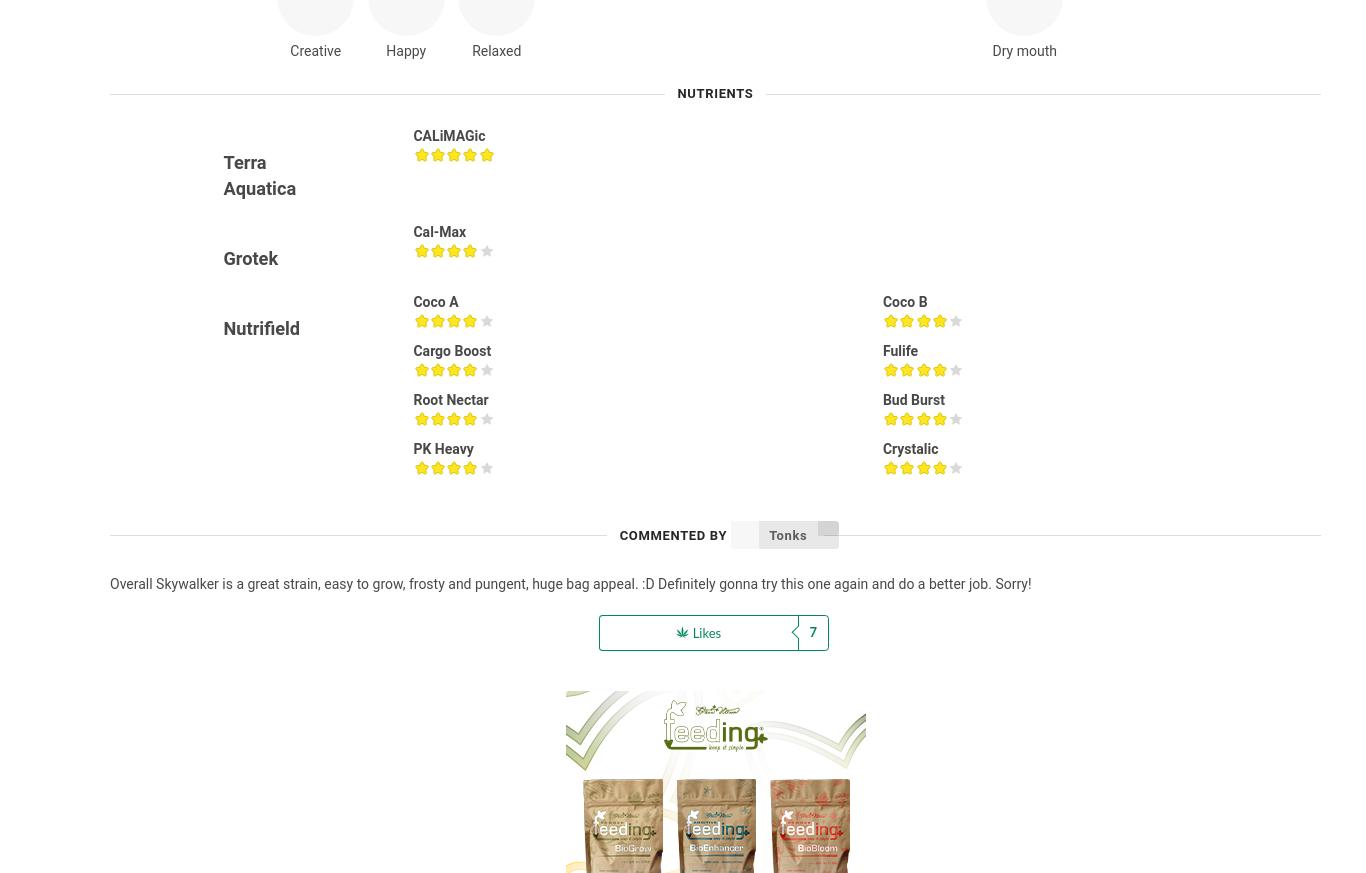 This screenshot has height=873, width=1366. Describe the element at coordinates (812, 632) in the screenshot. I see `'7'` at that location.